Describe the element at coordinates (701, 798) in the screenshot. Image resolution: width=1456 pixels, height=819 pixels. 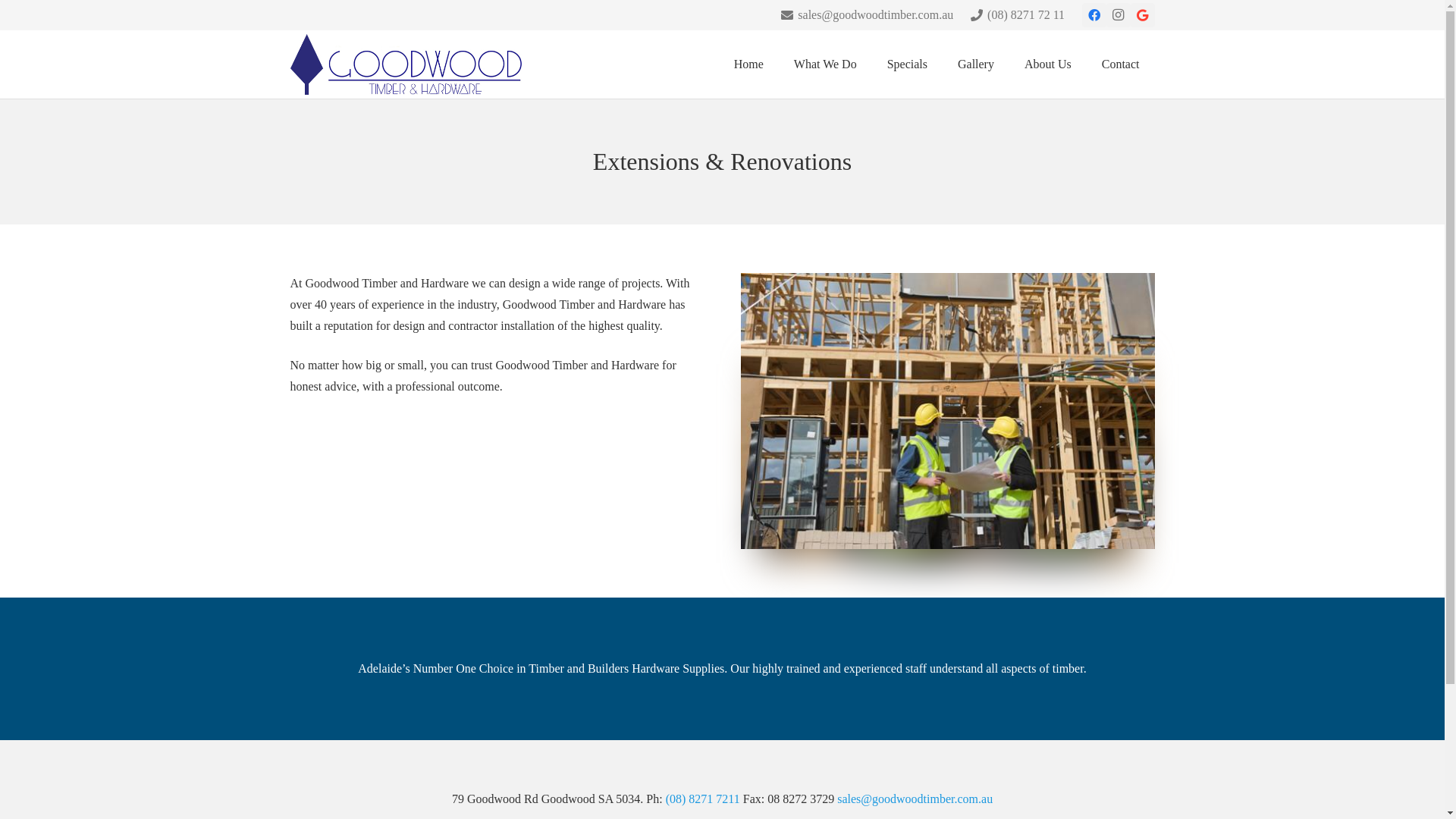
I see `'(08) 8271 7211'` at that location.